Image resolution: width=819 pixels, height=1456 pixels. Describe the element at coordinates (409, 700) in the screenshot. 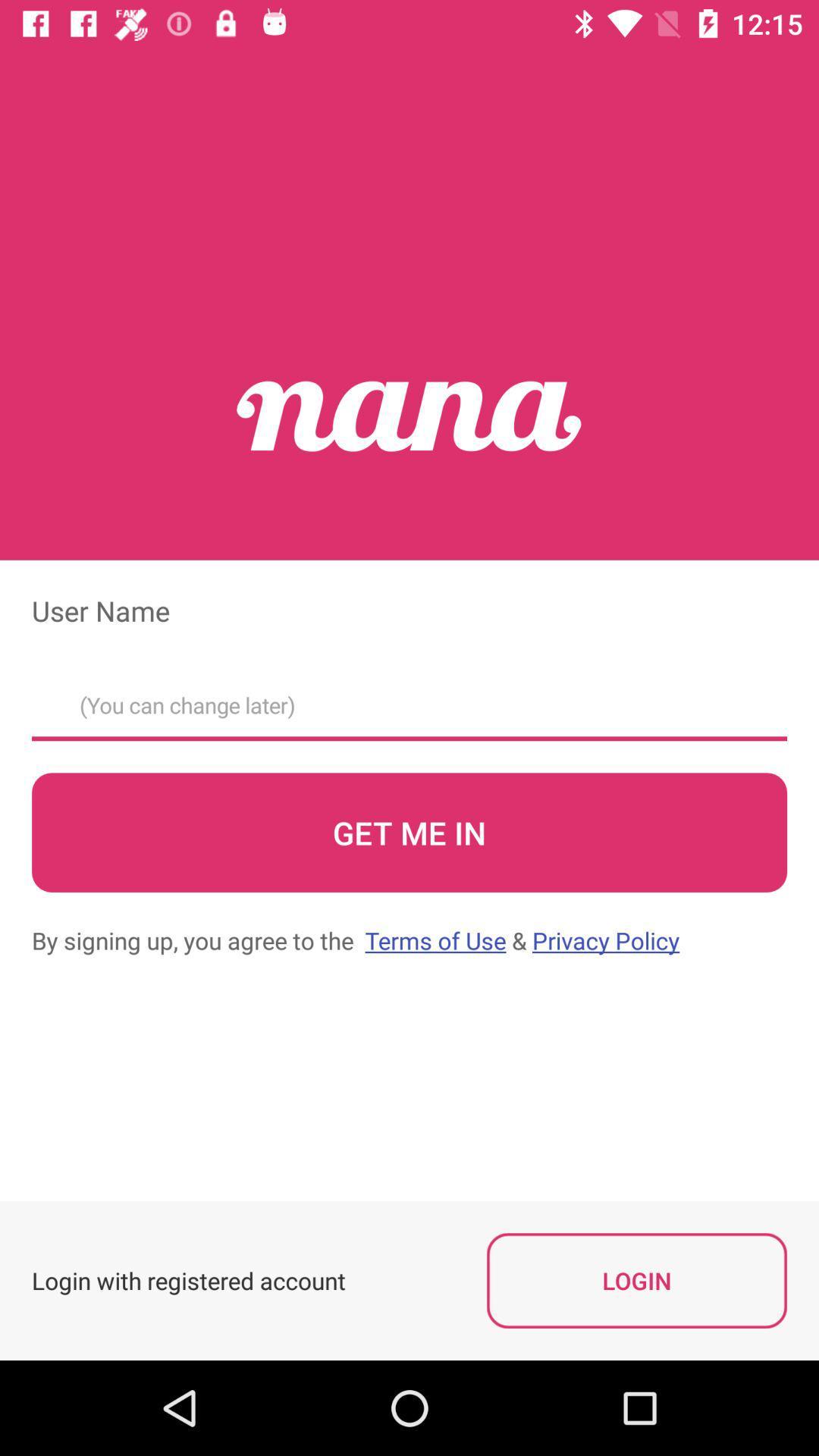

I see `username` at that location.